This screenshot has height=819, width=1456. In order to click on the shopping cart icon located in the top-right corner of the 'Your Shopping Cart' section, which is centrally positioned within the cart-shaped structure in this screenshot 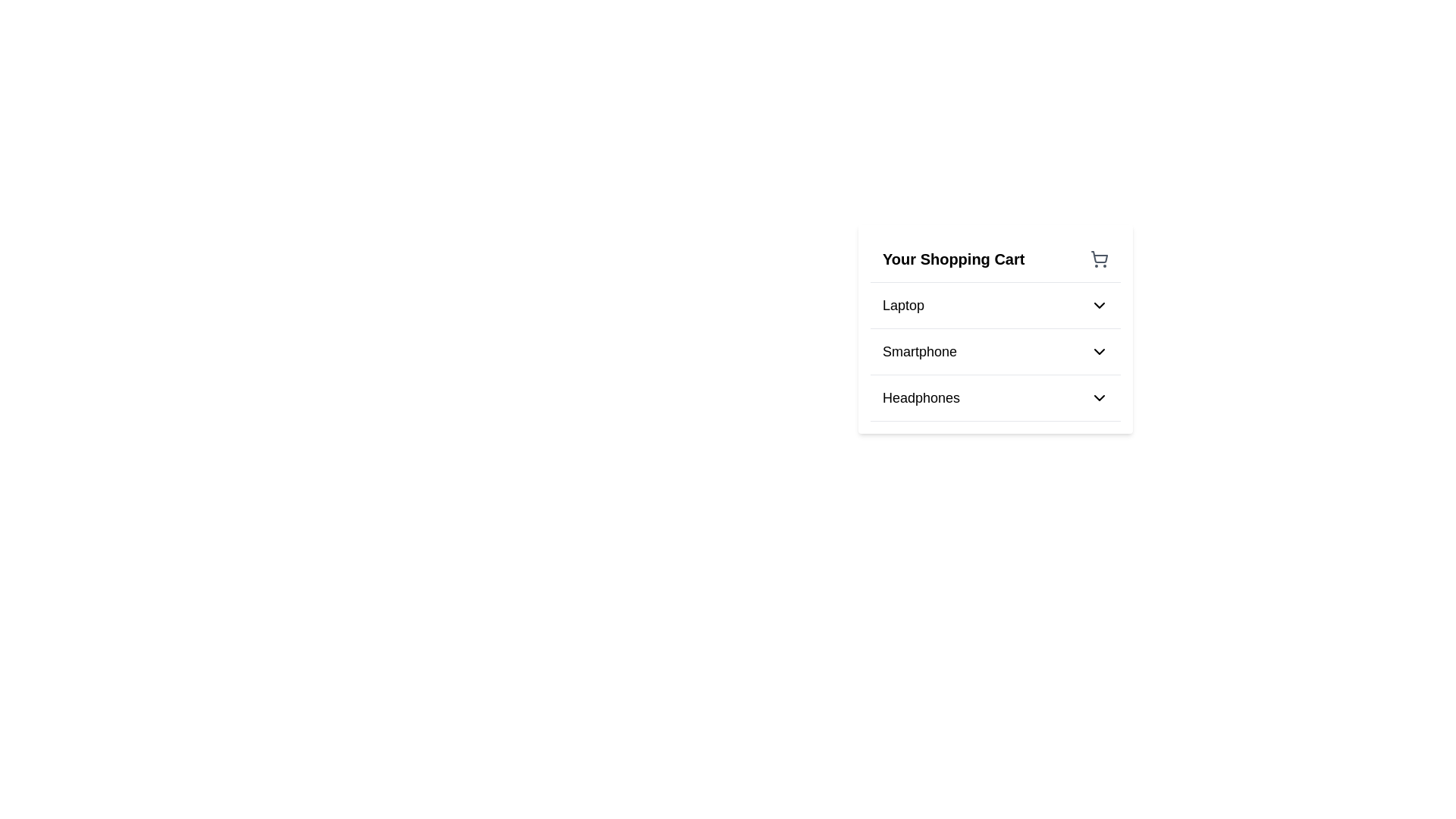, I will do `click(1099, 256)`.